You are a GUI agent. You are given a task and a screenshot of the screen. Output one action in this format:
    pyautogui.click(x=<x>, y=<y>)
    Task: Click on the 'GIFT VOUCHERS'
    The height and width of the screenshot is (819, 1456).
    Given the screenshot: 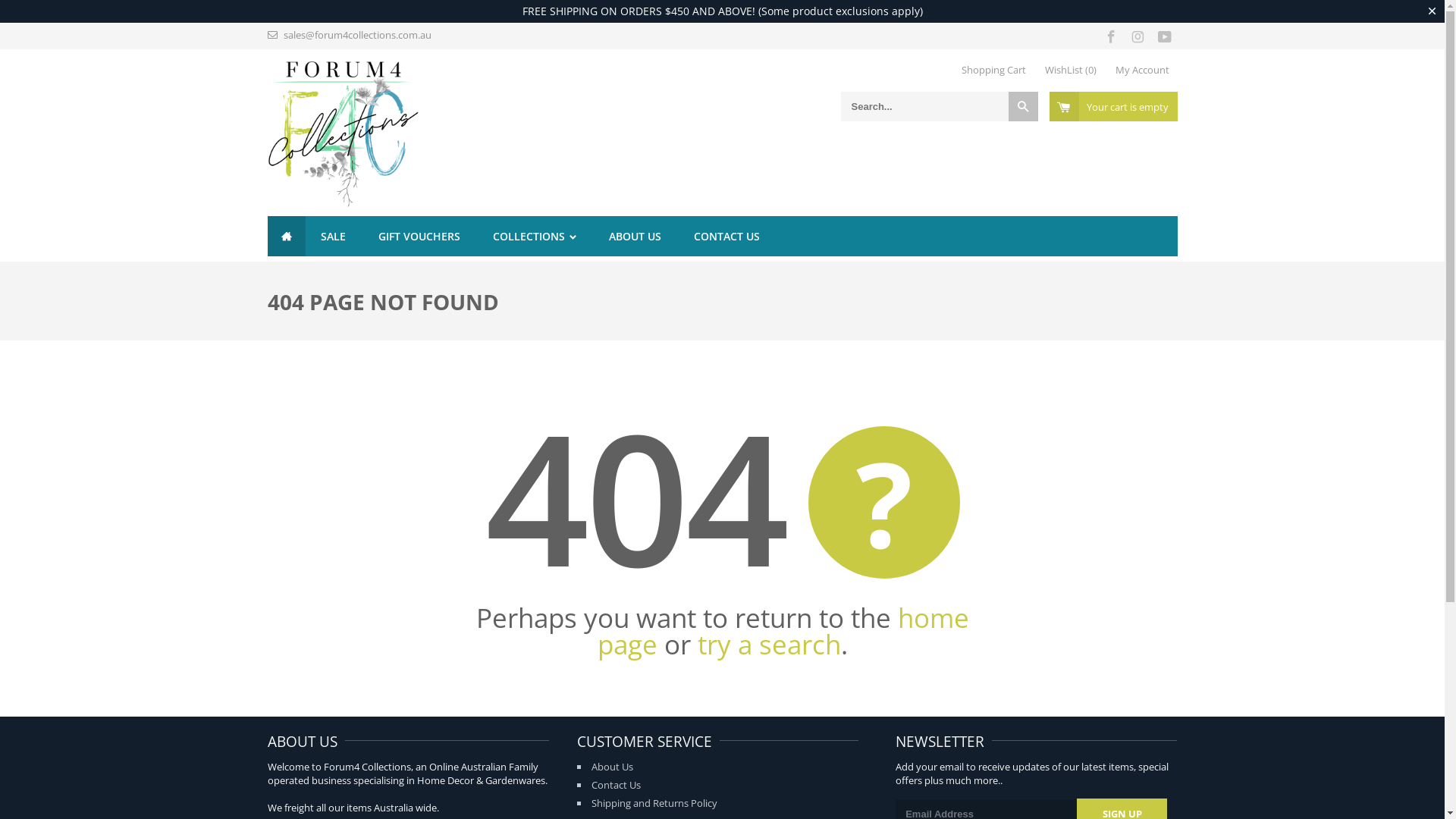 What is the action you would take?
    pyautogui.click(x=362, y=236)
    